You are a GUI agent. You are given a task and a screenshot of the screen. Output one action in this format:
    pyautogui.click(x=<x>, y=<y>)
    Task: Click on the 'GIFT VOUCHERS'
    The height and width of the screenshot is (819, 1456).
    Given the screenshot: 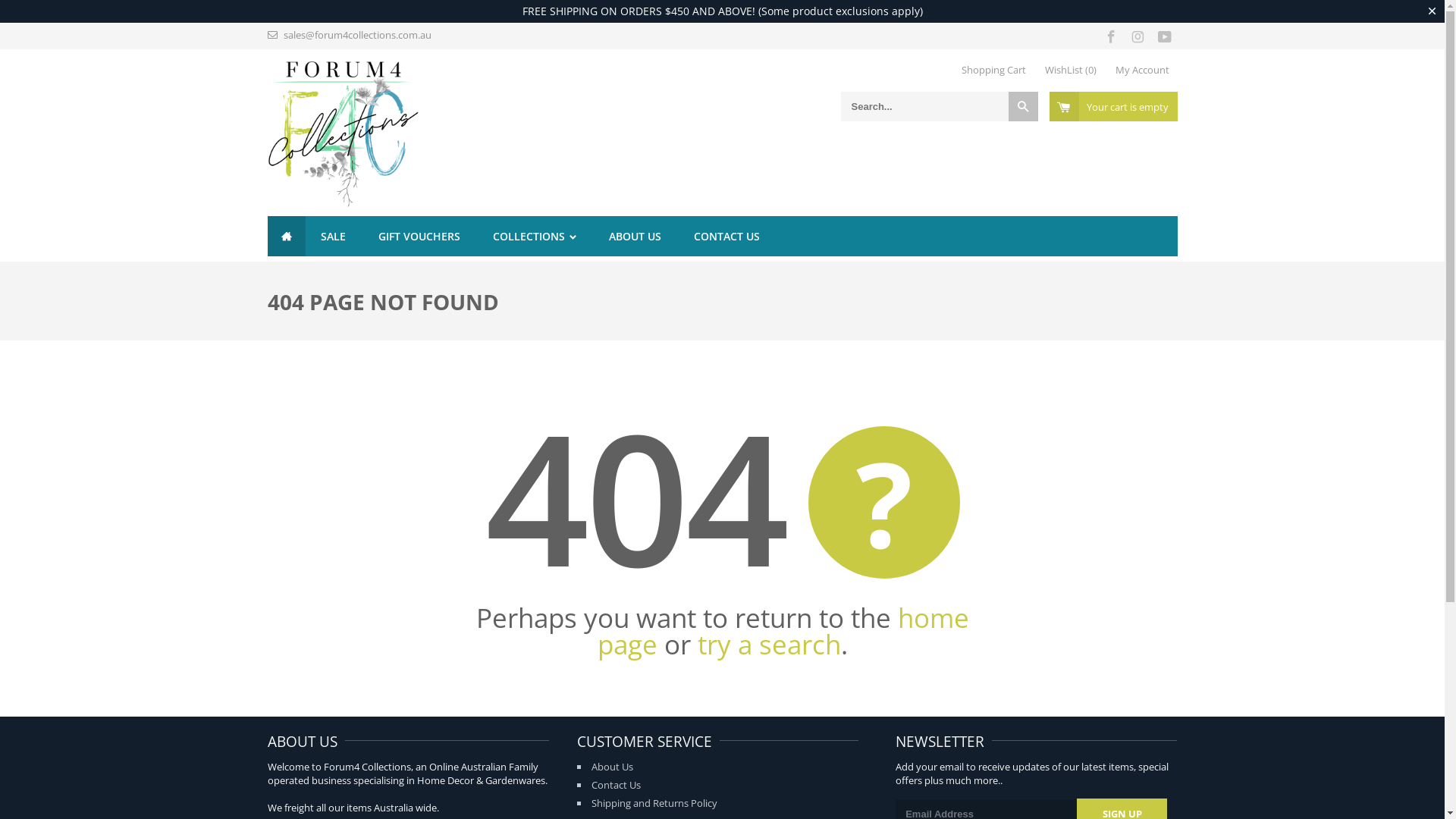 What is the action you would take?
    pyautogui.click(x=362, y=236)
    